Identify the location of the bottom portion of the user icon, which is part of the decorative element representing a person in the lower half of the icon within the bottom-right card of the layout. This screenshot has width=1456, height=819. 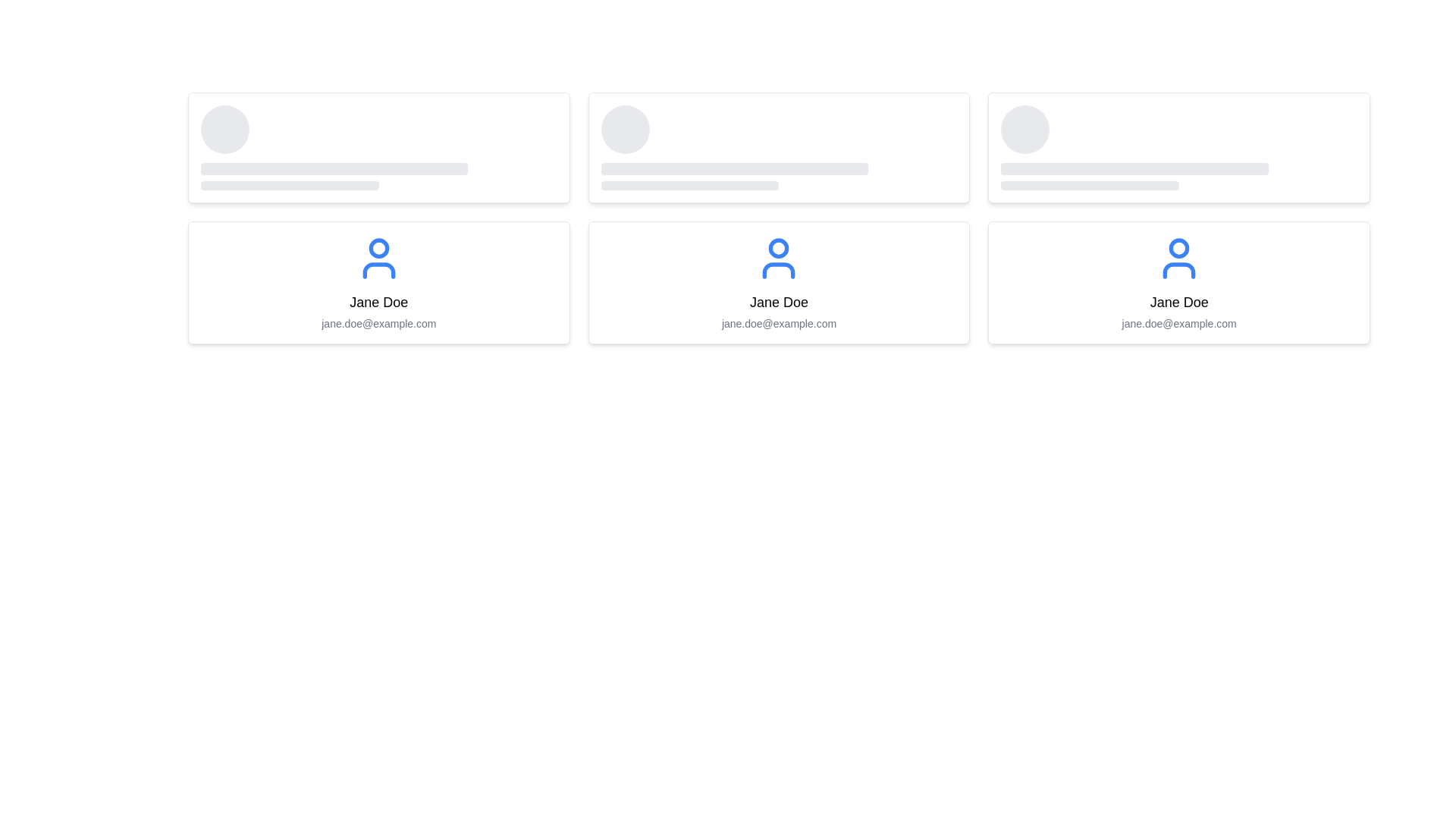
(1178, 270).